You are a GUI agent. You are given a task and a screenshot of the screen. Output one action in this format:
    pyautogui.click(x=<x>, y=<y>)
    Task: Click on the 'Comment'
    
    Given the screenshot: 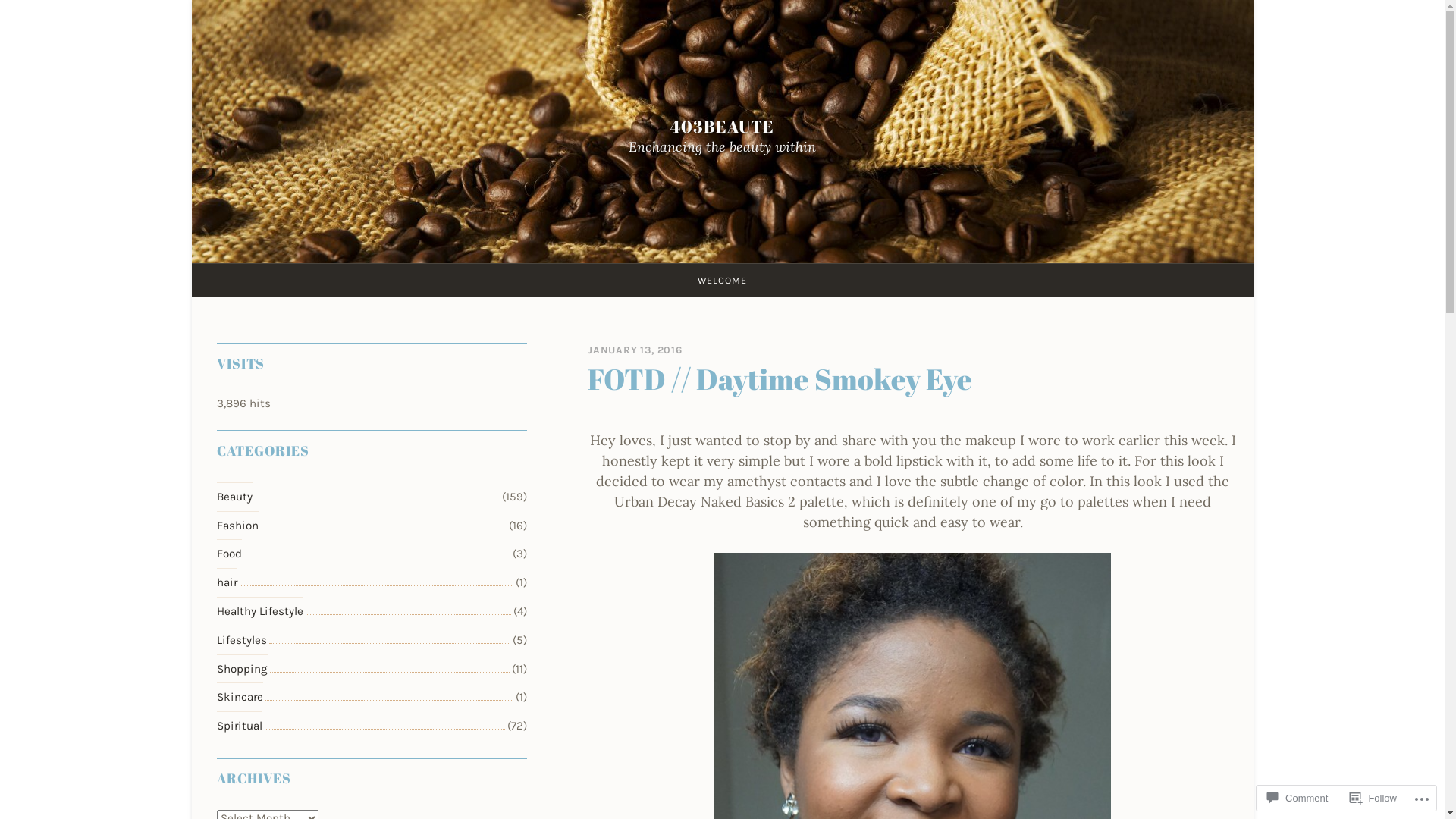 What is the action you would take?
    pyautogui.click(x=1296, y=797)
    